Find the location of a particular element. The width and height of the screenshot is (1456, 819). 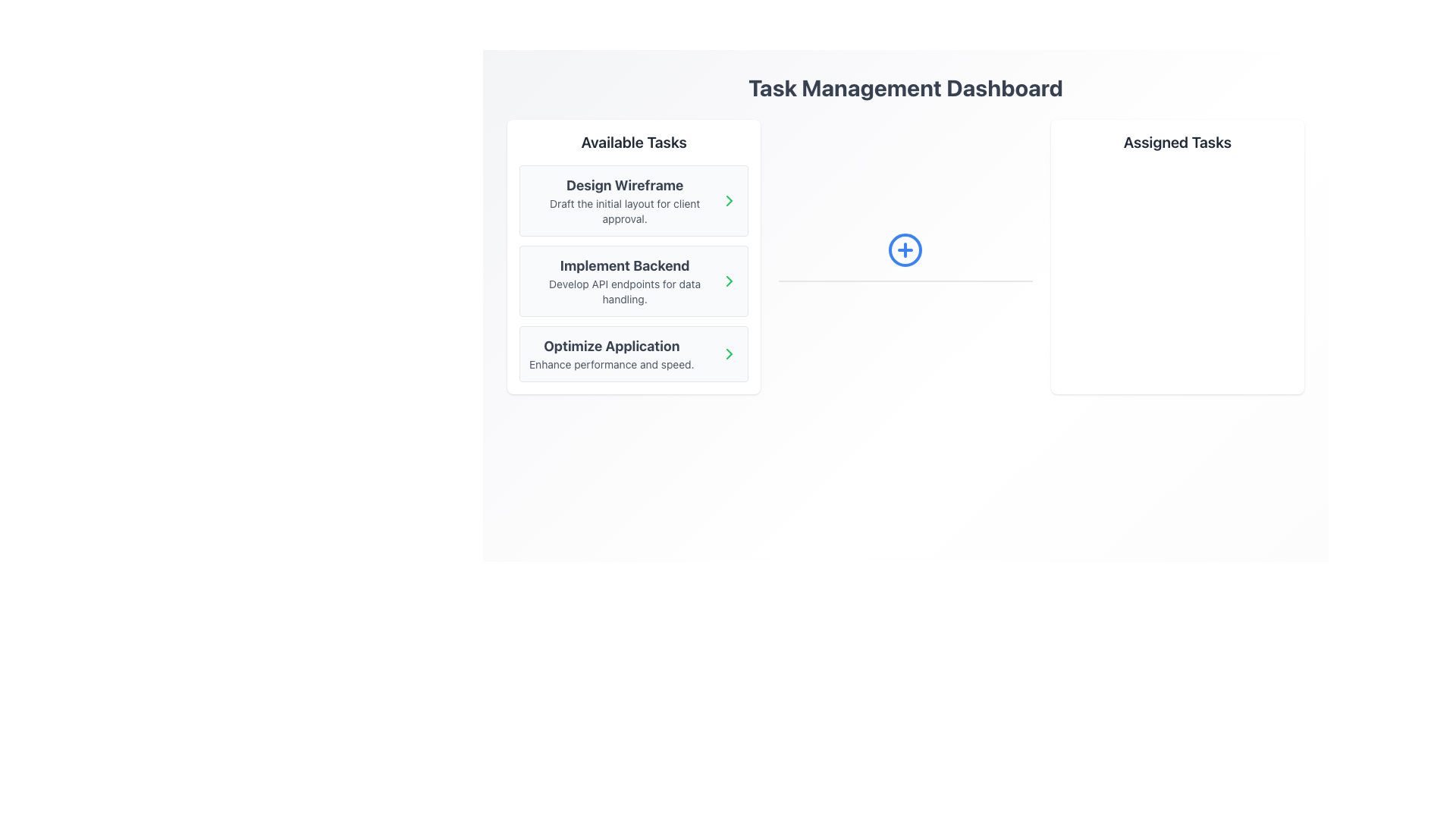

the Task Card element displaying 'Implement Backend' with a right-facing arrow icon, which is the second item in the 'Available Tasks' section is located at coordinates (634, 281).